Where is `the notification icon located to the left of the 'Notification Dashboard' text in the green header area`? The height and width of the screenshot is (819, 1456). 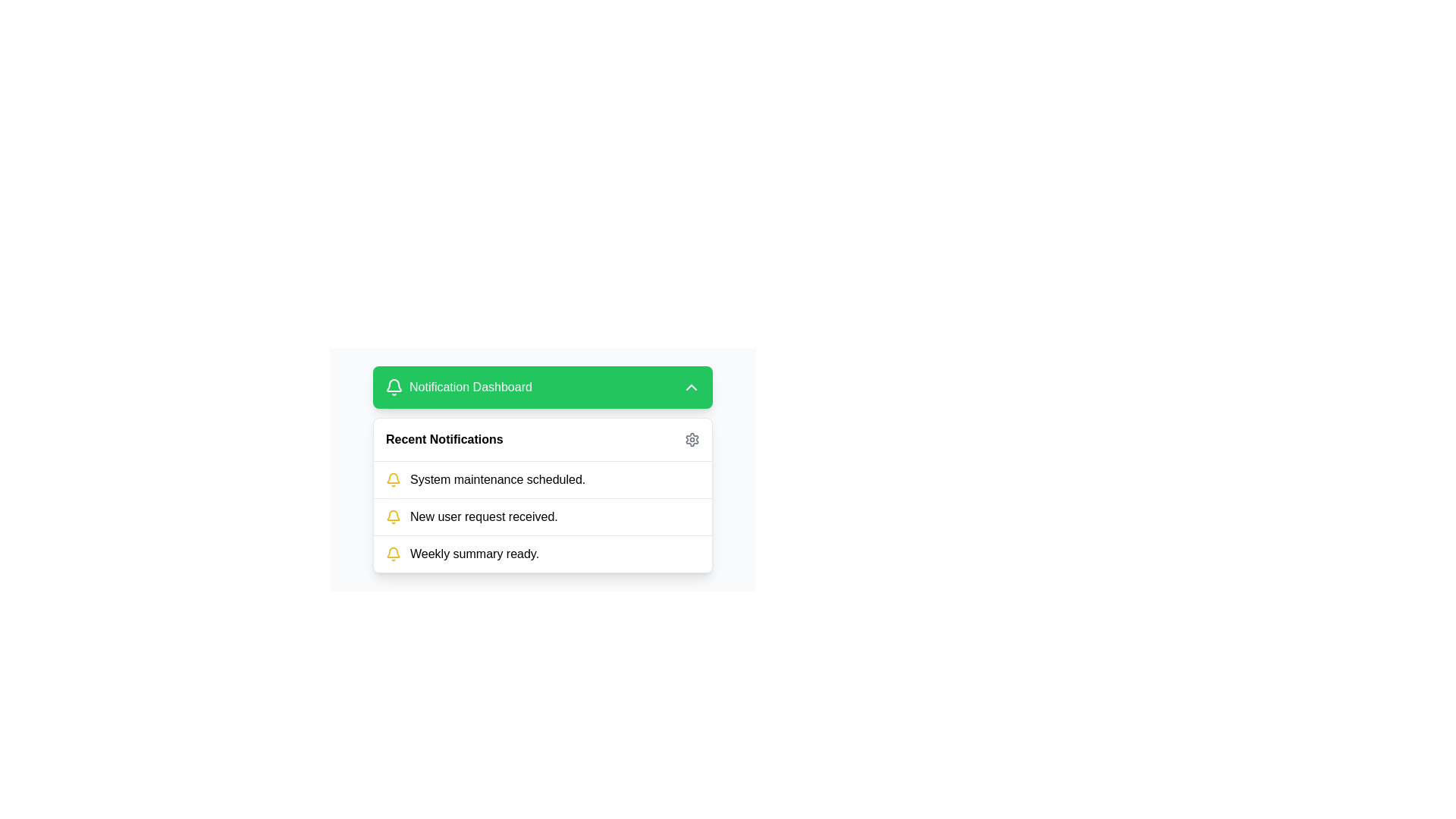
the notification icon located to the left of the 'Notification Dashboard' text in the green header area is located at coordinates (394, 386).